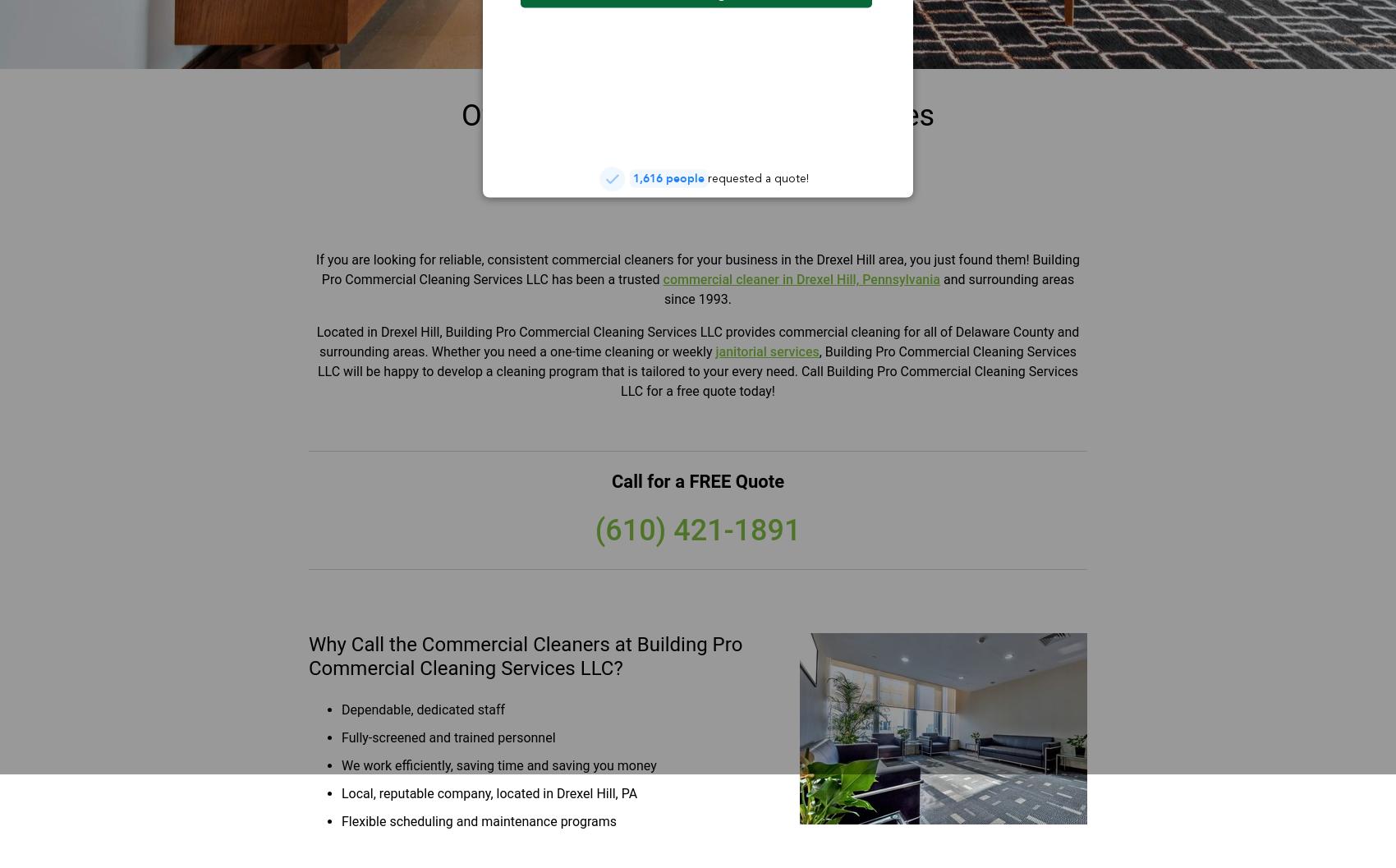 The image size is (1396, 868). What do you see at coordinates (696, 341) in the screenshot?
I see `'Located in Drexel Hill, Building Pro Commercial Cleaning Services LLC provides commercial cleaning for all of Delaware County and surrounding areas. Whether you need a one-time cleaning or weekly'` at bounding box center [696, 341].